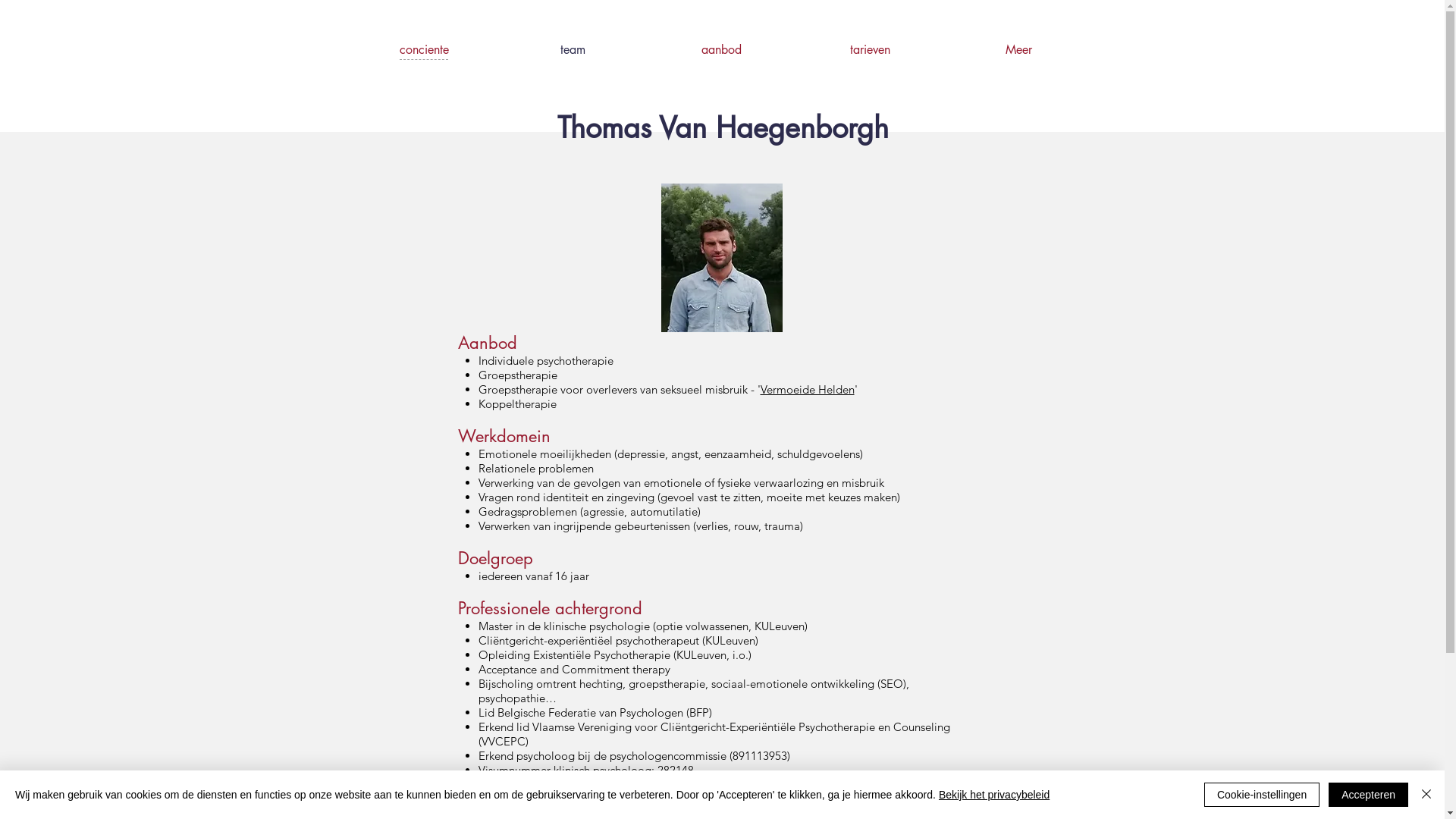 The image size is (1456, 819). Describe the element at coordinates (349, 49) in the screenshot. I see `'conciente'` at that location.